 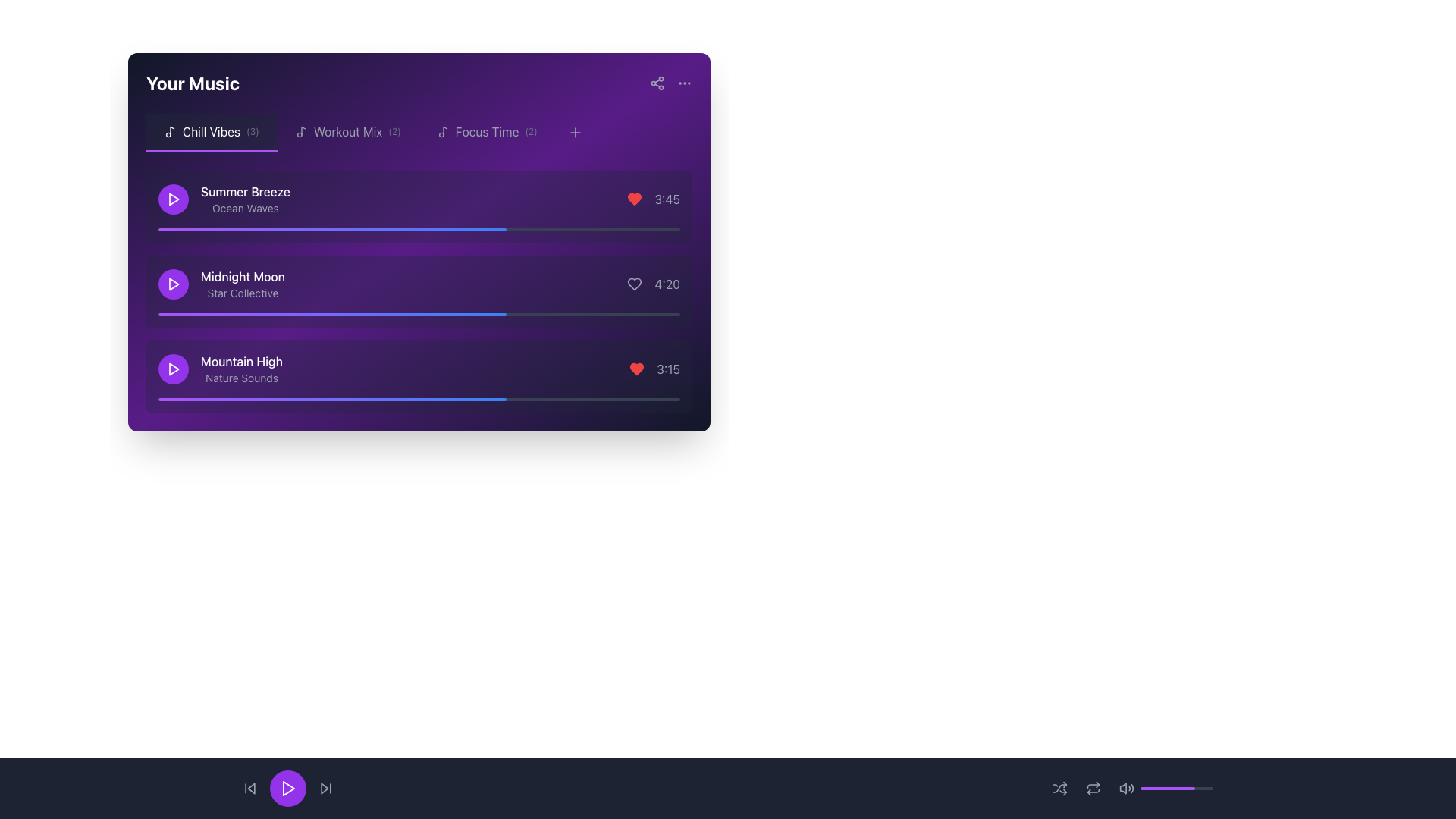 What do you see at coordinates (635, 284) in the screenshot?
I see `the 'like' or 'favorite' icon button located to the left of the text '4:20' in the second row of the vertically stacked list to favorite the item` at bounding box center [635, 284].